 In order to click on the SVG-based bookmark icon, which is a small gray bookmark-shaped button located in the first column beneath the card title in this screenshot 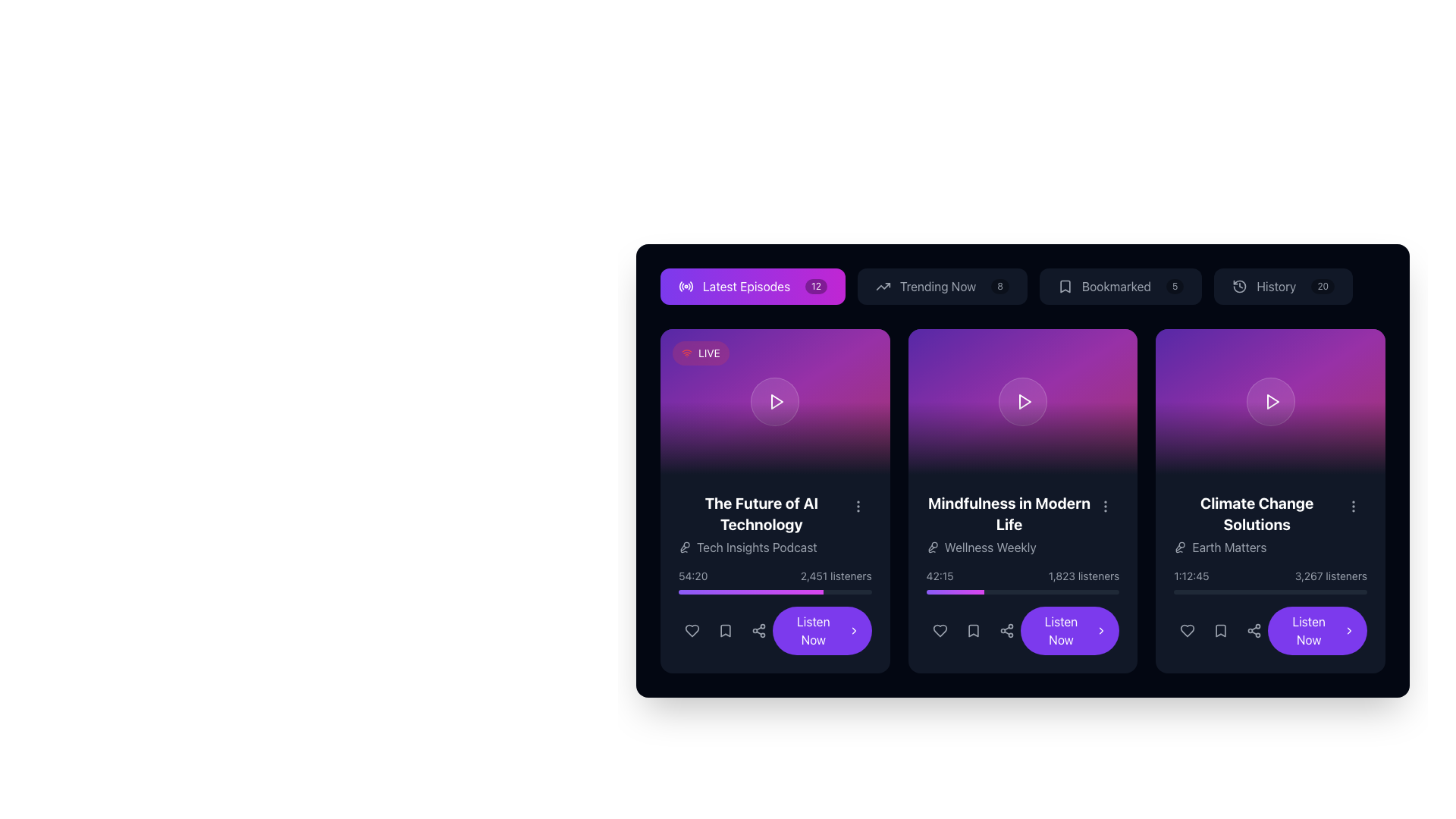, I will do `click(724, 631)`.